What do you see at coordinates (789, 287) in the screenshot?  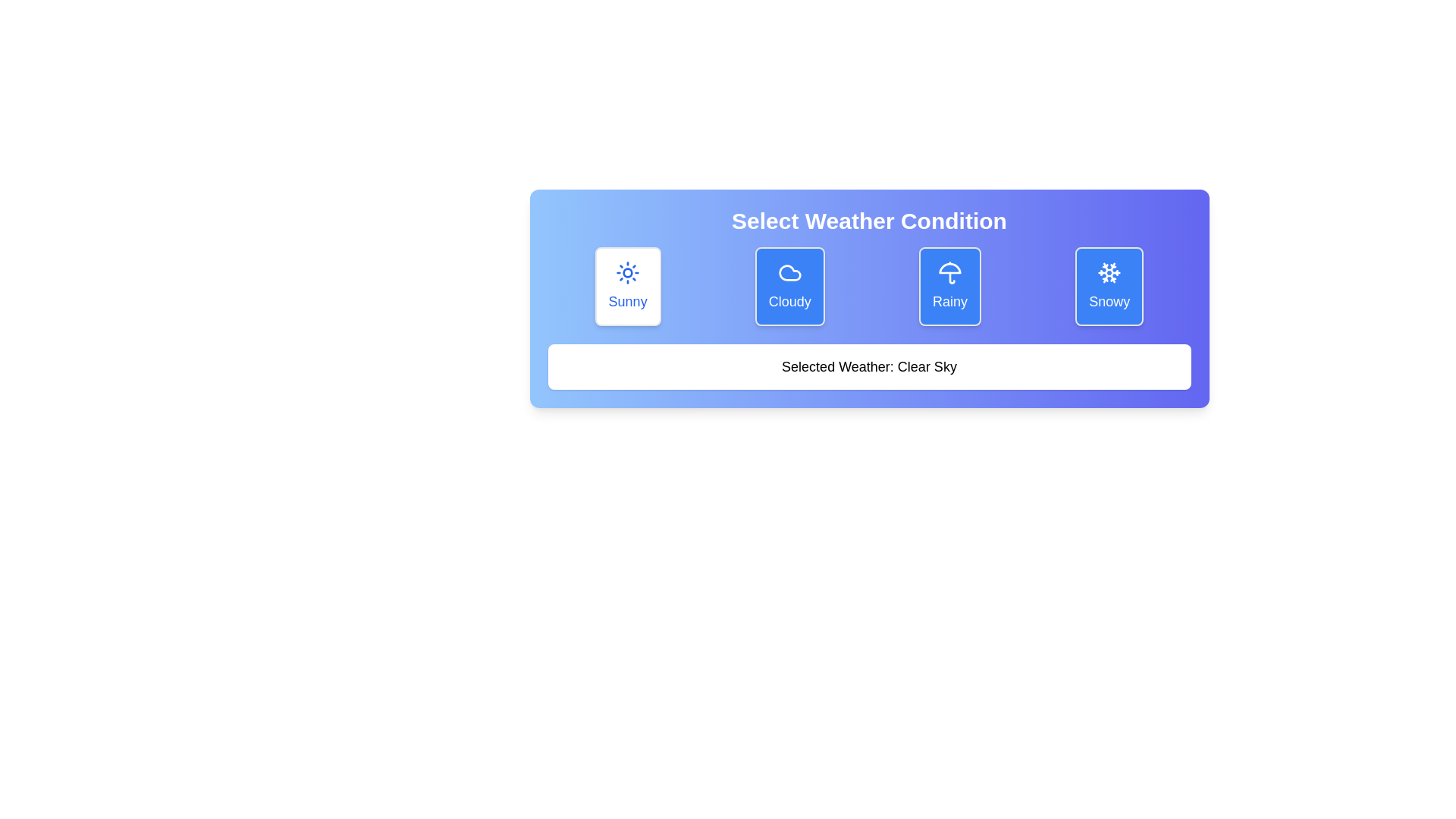 I see `the 'Cloudy' weather condition button, which is the second button in a horizontal row of four buttons located in the center of the interface` at bounding box center [789, 287].